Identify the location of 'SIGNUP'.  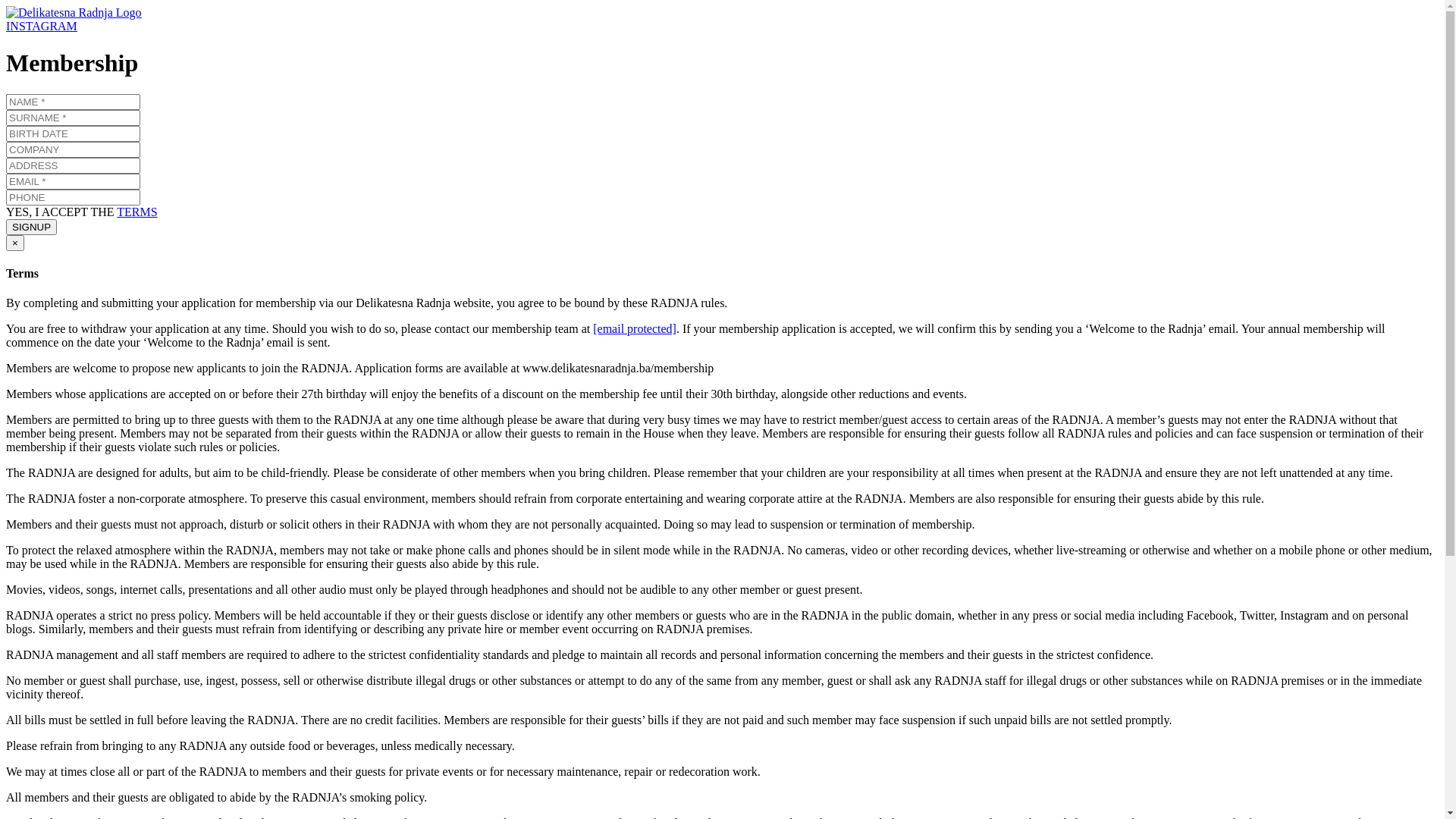
(6, 227).